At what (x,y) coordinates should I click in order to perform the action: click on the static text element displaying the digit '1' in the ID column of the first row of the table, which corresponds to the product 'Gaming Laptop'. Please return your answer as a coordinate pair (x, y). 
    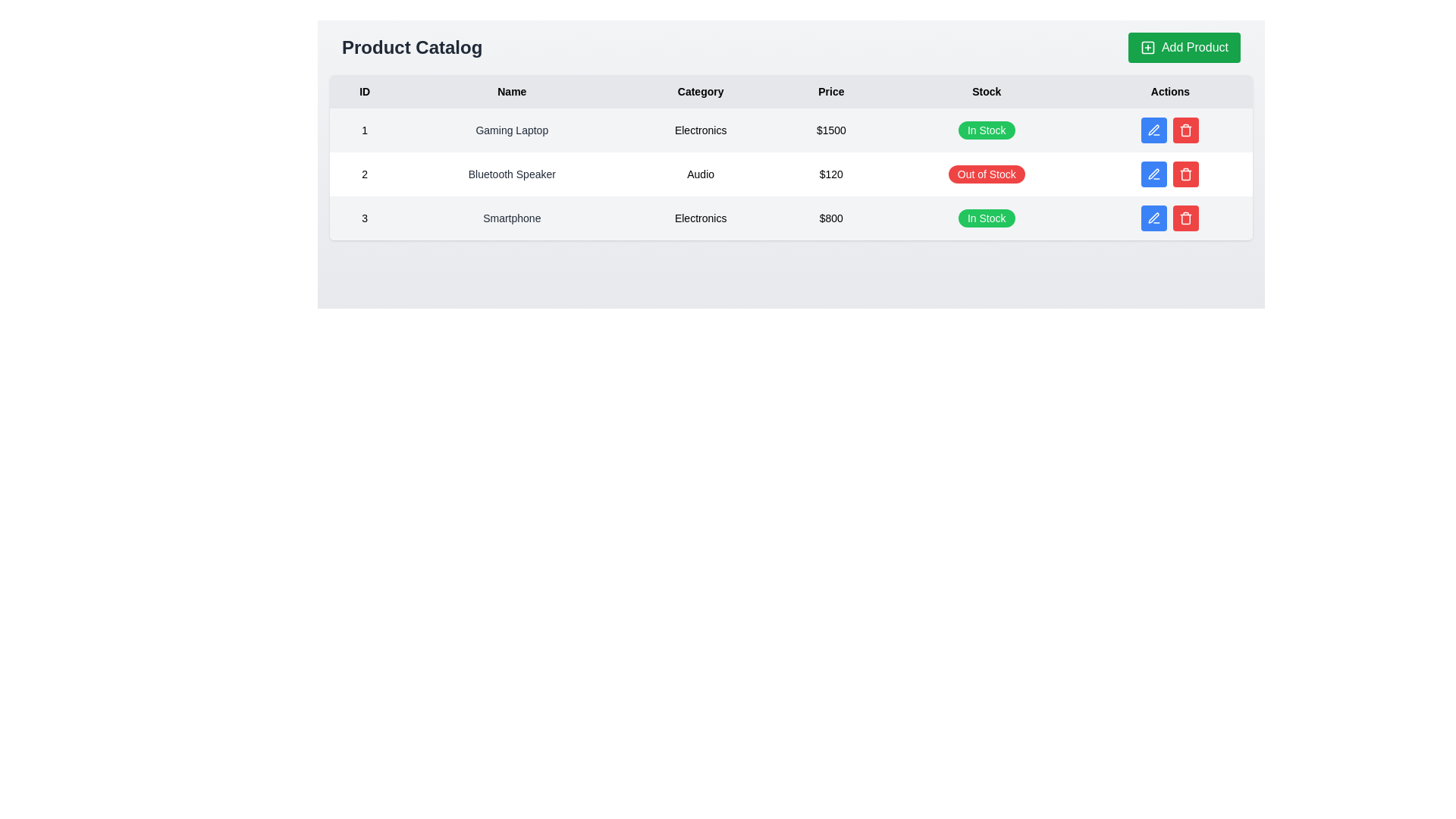
    Looking at the image, I should click on (365, 130).